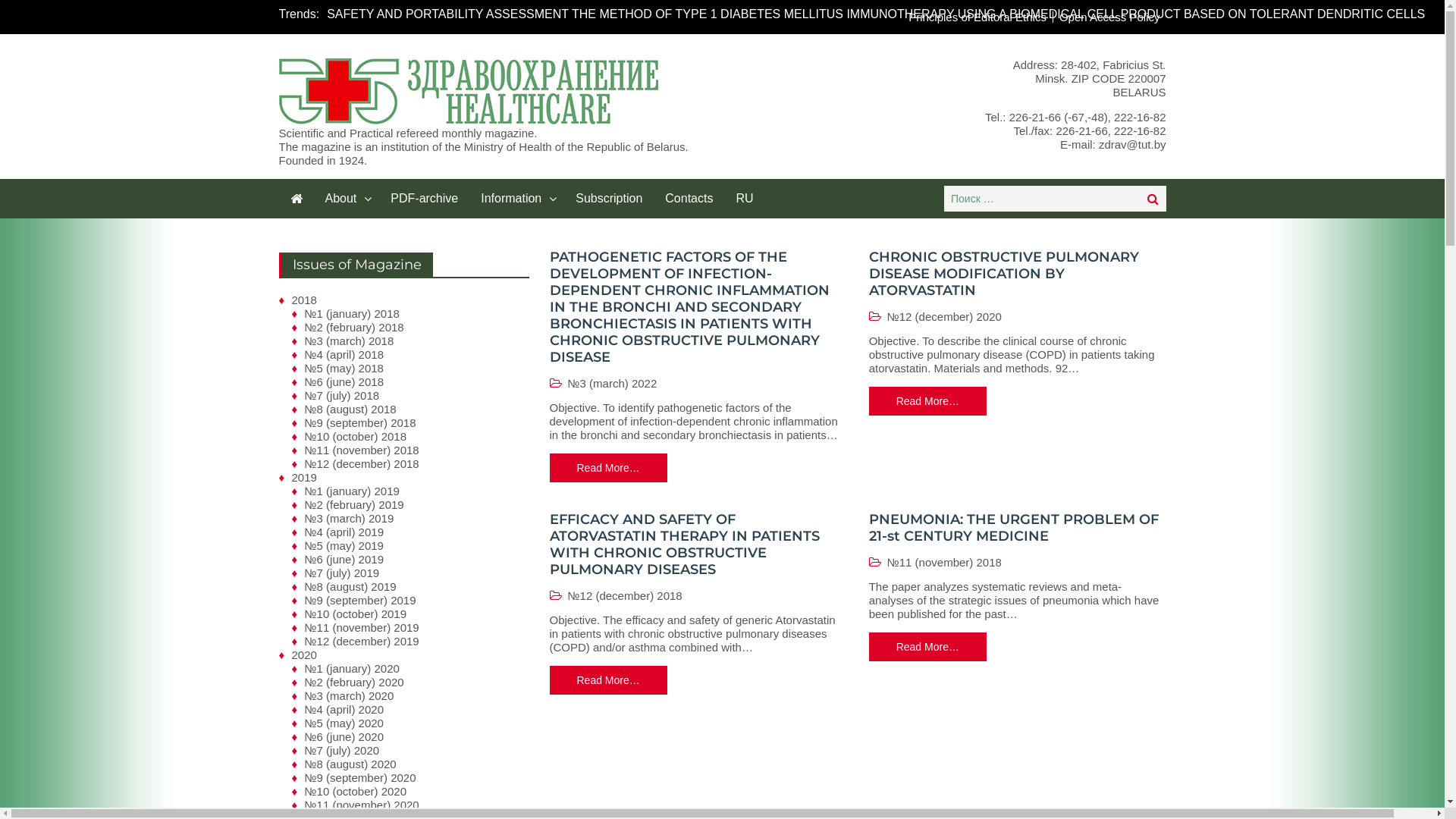  What do you see at coordinates (1153, 198) in the screenshot?
I see `'Search'` at bounding box center [1153, 198].